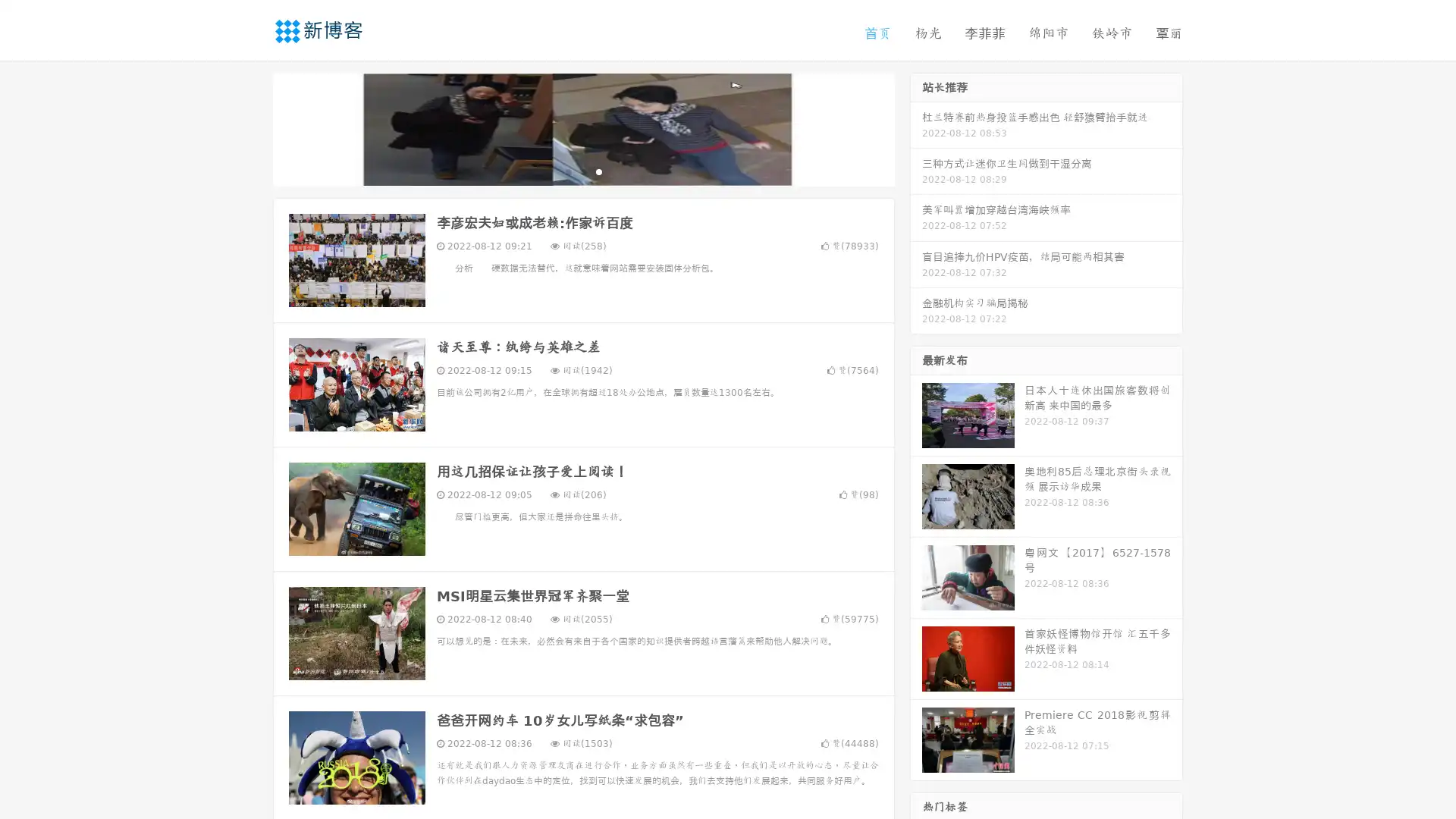 The image size is (1456, 819). Describe the element at coordinates (567, 171) in the screenshot. I see `Go to slide 1` at that location.